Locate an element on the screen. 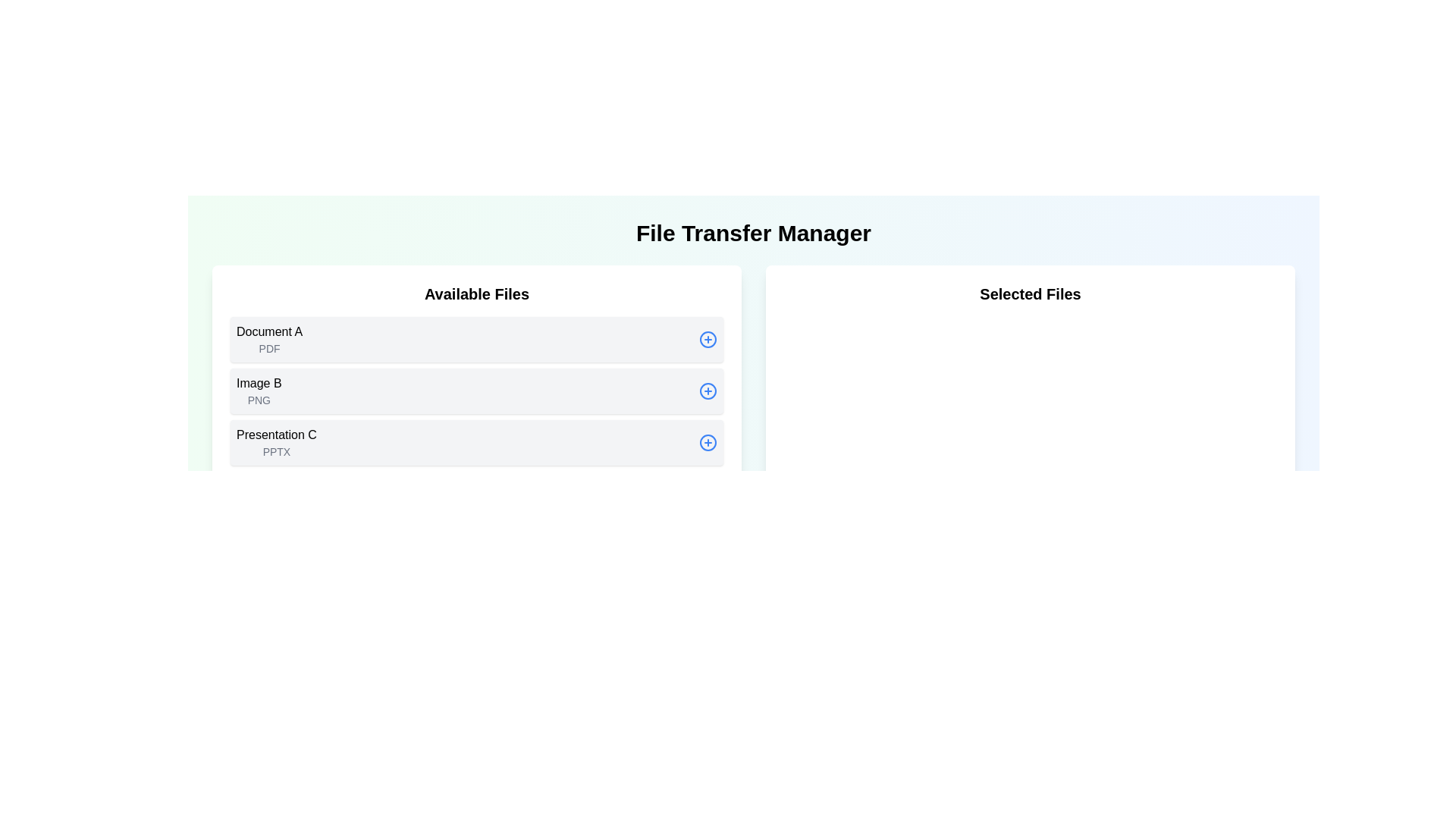 The height and width of the screenshot is (819, 1456). the circular graphic symbol within the blue-bordered plus icon located to the right of the 'Image B' file entry in the 'Available Files' list section is located at coordinates (708, 391).